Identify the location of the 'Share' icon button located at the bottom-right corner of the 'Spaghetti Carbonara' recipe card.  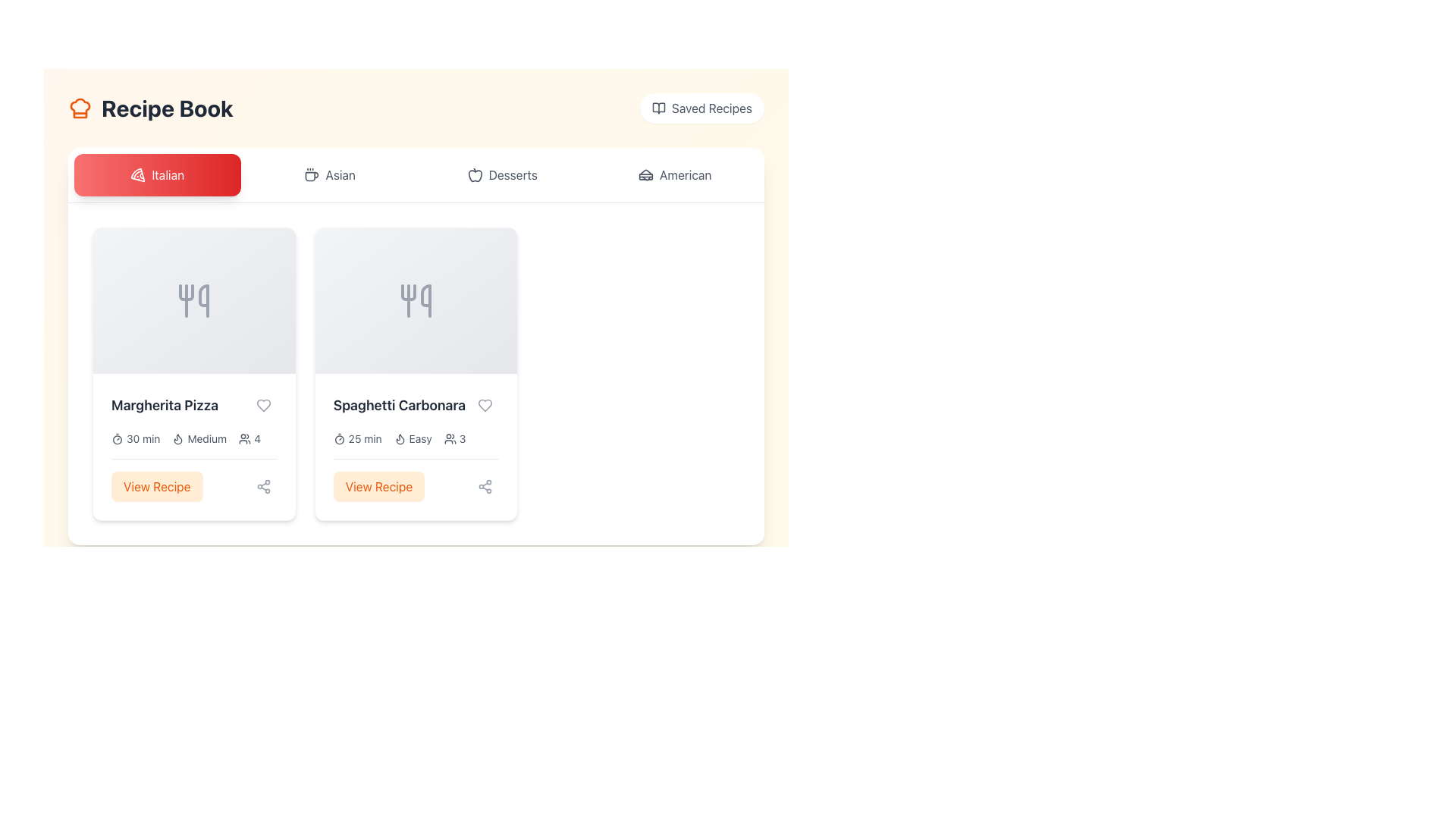
(485, 486).